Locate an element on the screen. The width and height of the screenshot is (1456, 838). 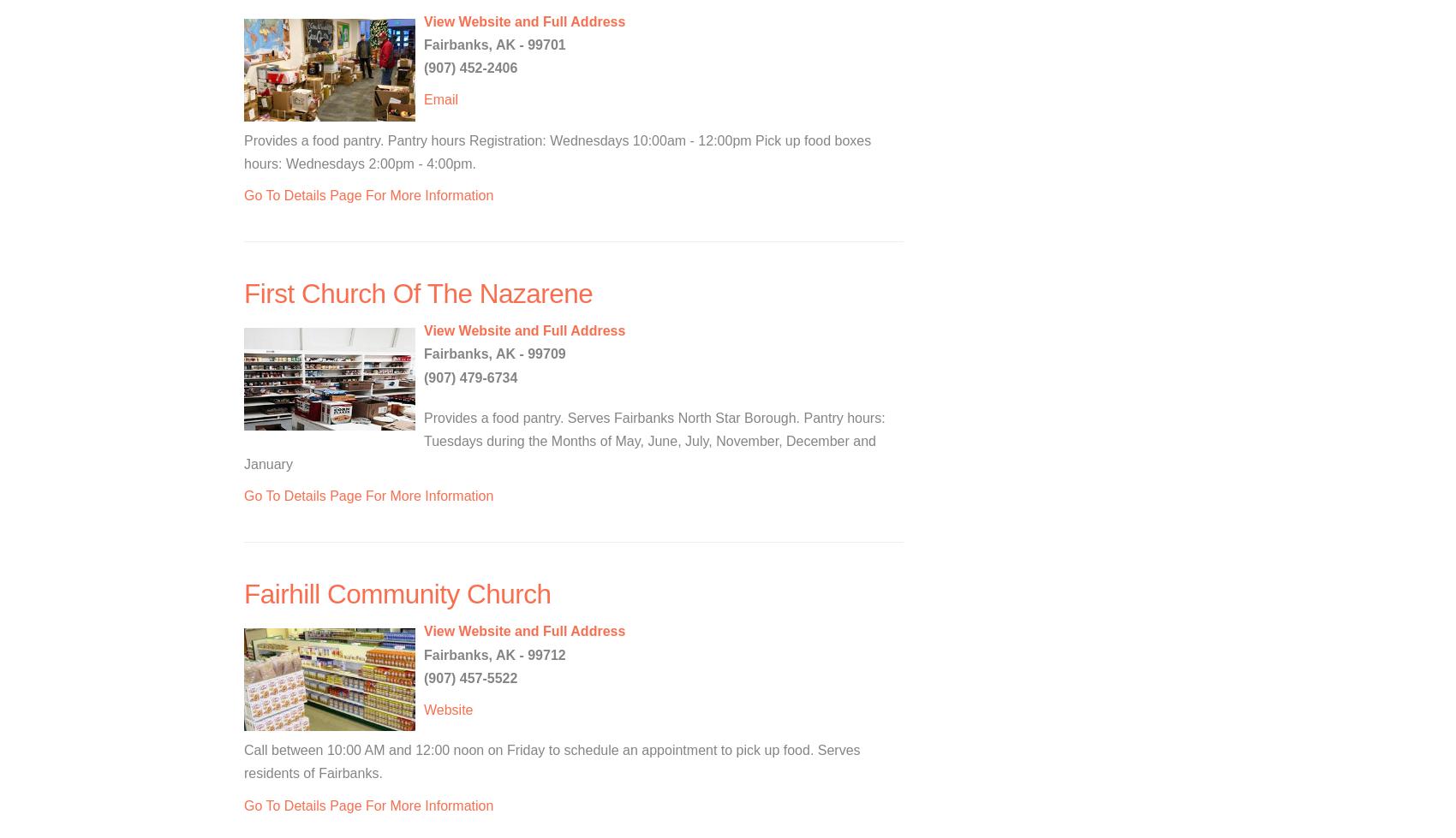
'Fairhill Community Church' is located at coordinates (397, 593).